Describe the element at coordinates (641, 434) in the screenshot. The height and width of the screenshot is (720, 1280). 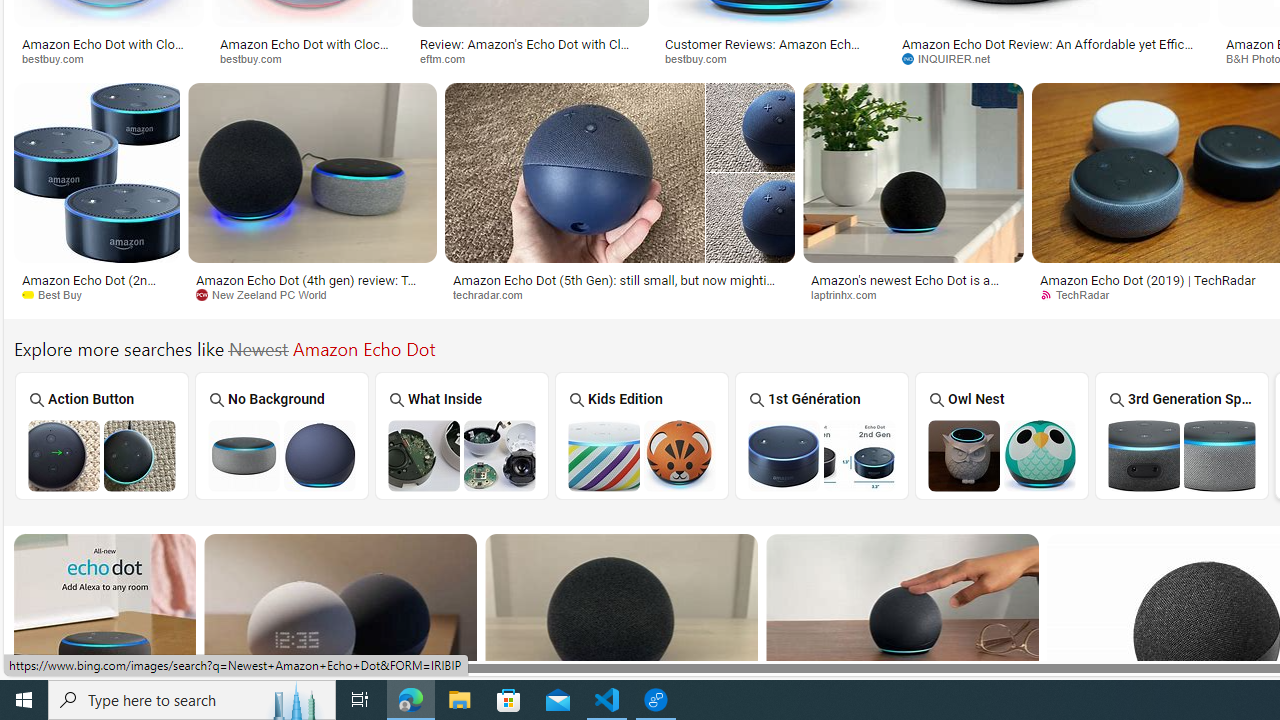
I see `'Amazon Echo Dot Kids Edition Kids Edition'` at that location.